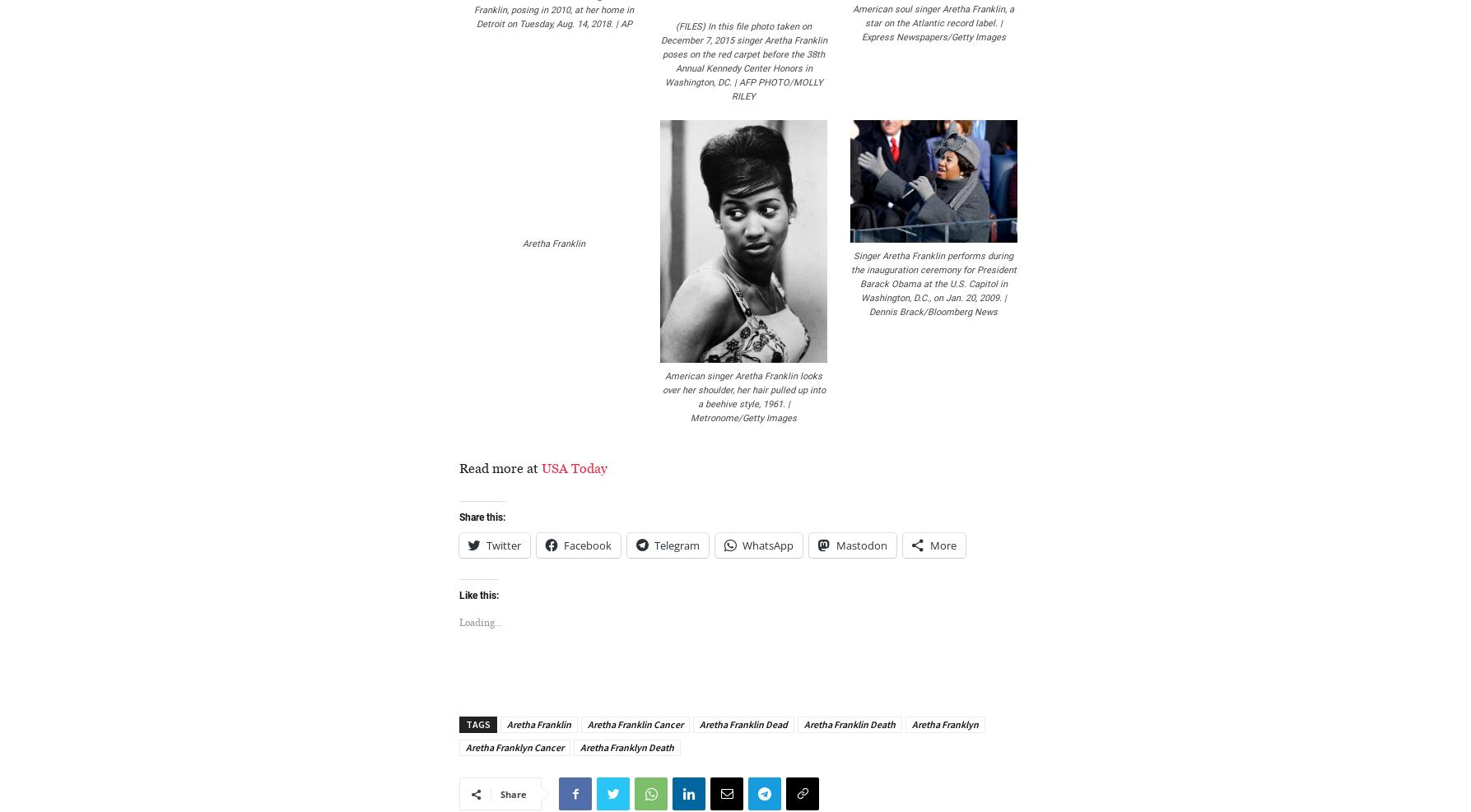 The height and width of the screenshot is (812, 1471). I want to click on 'Loading...', so click(479, 622).